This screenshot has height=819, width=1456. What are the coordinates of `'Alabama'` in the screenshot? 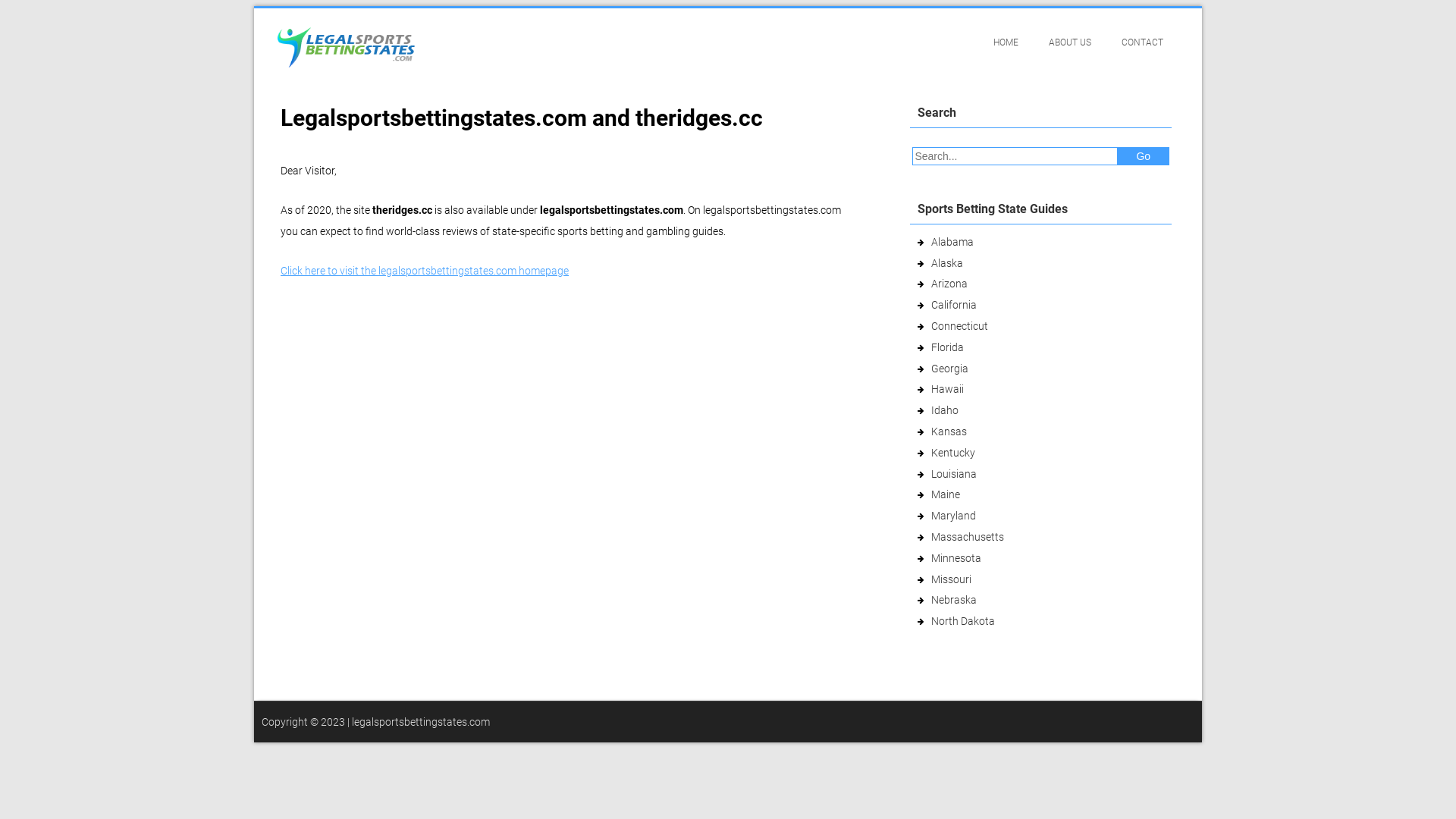 It's located at (952, 241).